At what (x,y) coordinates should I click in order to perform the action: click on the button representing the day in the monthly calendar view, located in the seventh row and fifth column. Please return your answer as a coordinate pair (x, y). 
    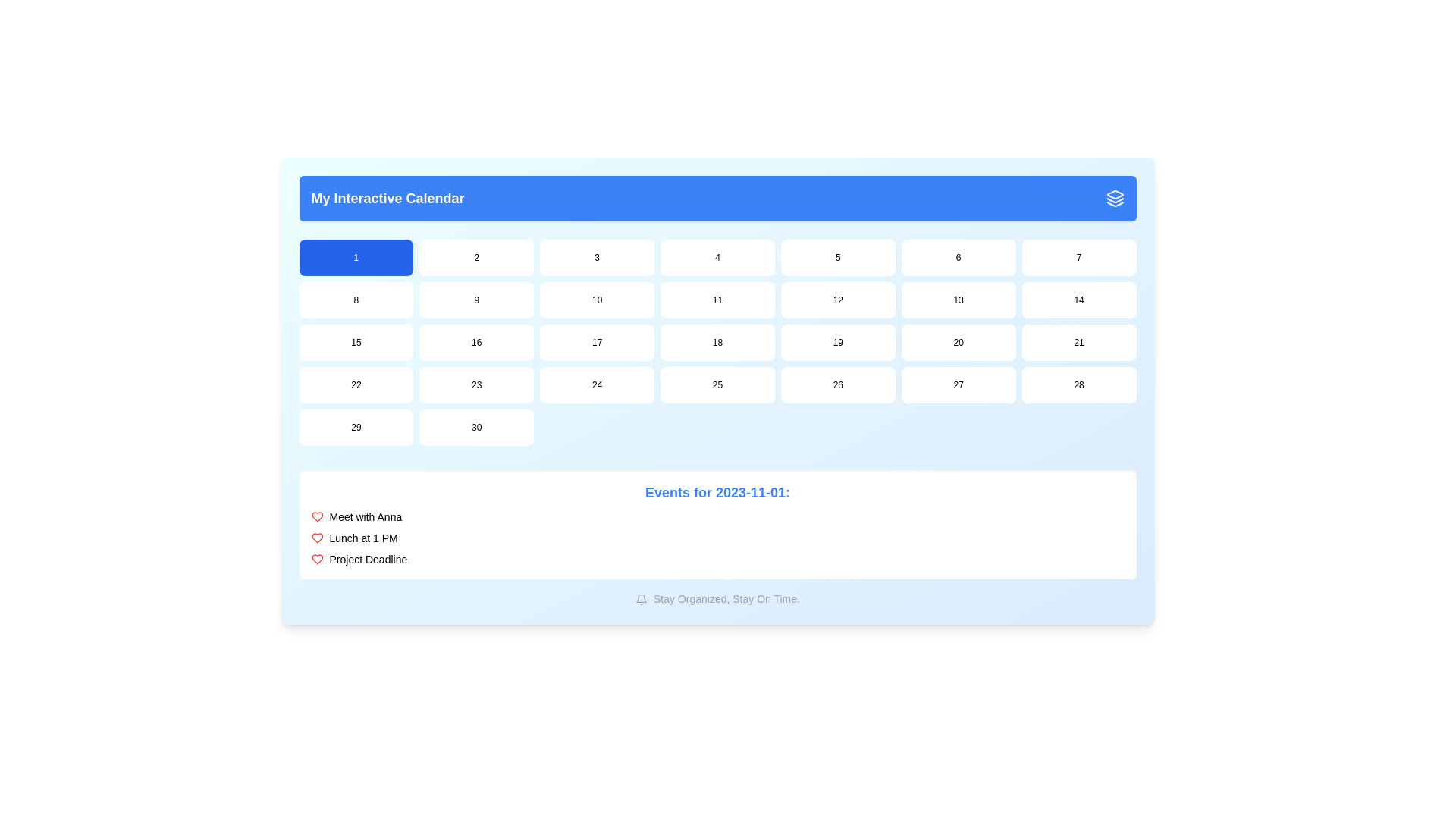
    Looking at the image, I should click on (837, 384).